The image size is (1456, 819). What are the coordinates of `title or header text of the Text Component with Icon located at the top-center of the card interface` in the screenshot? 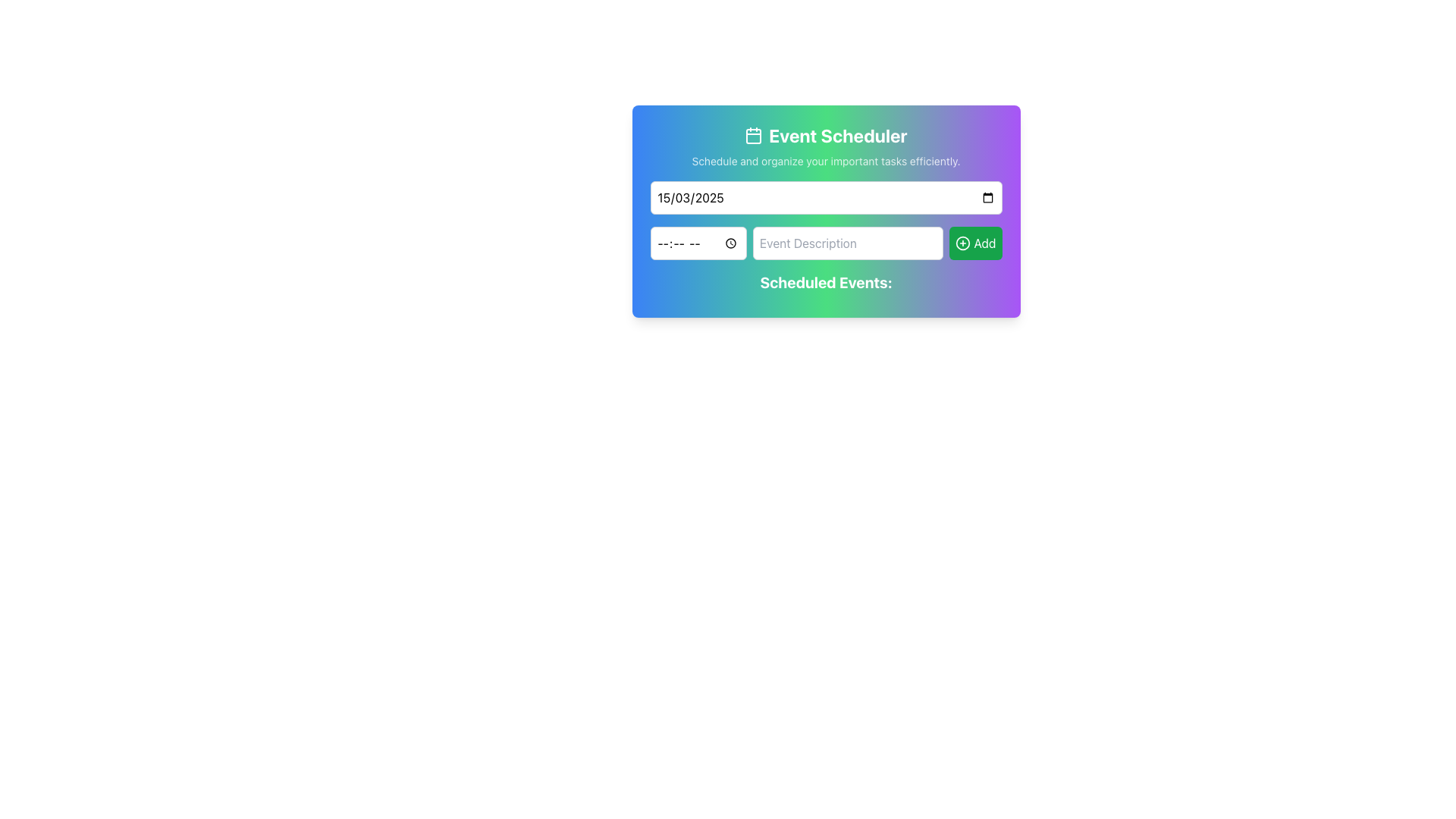 It's located at (825, 134).